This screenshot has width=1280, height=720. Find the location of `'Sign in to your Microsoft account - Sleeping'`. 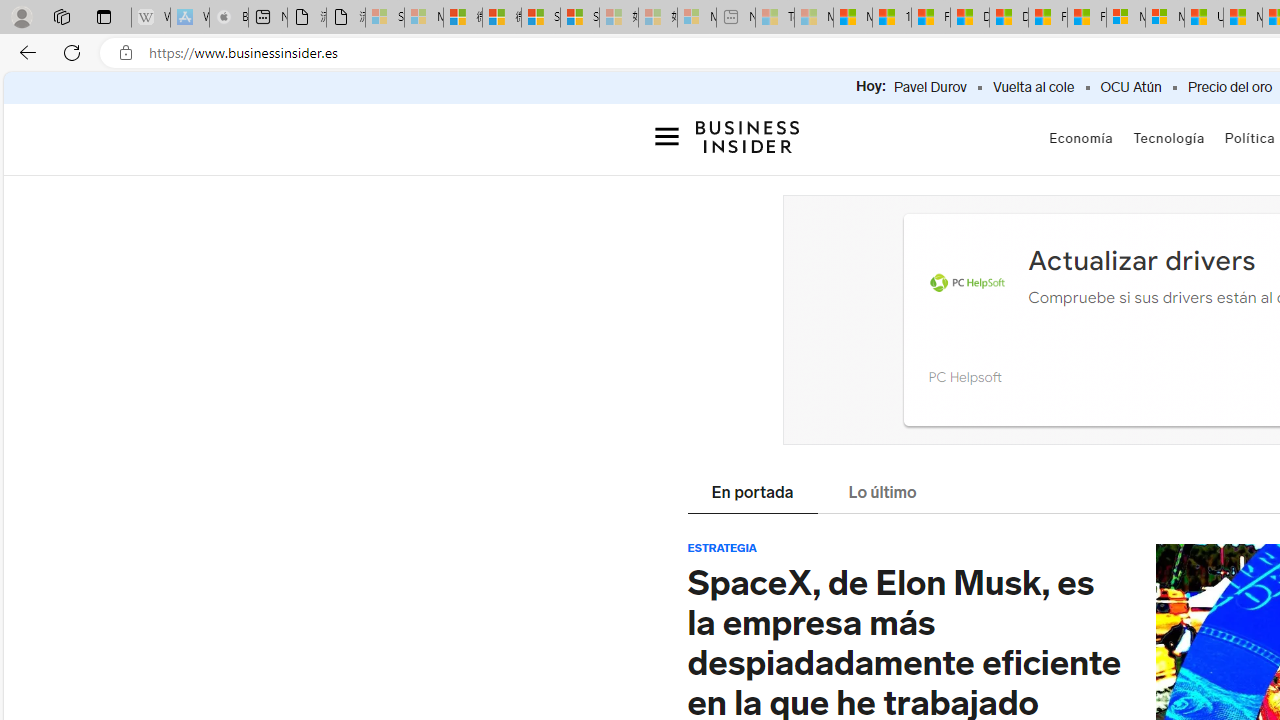

'Sign in to your Microsoft account - Sleeping' is located at coordinates (385, 17).